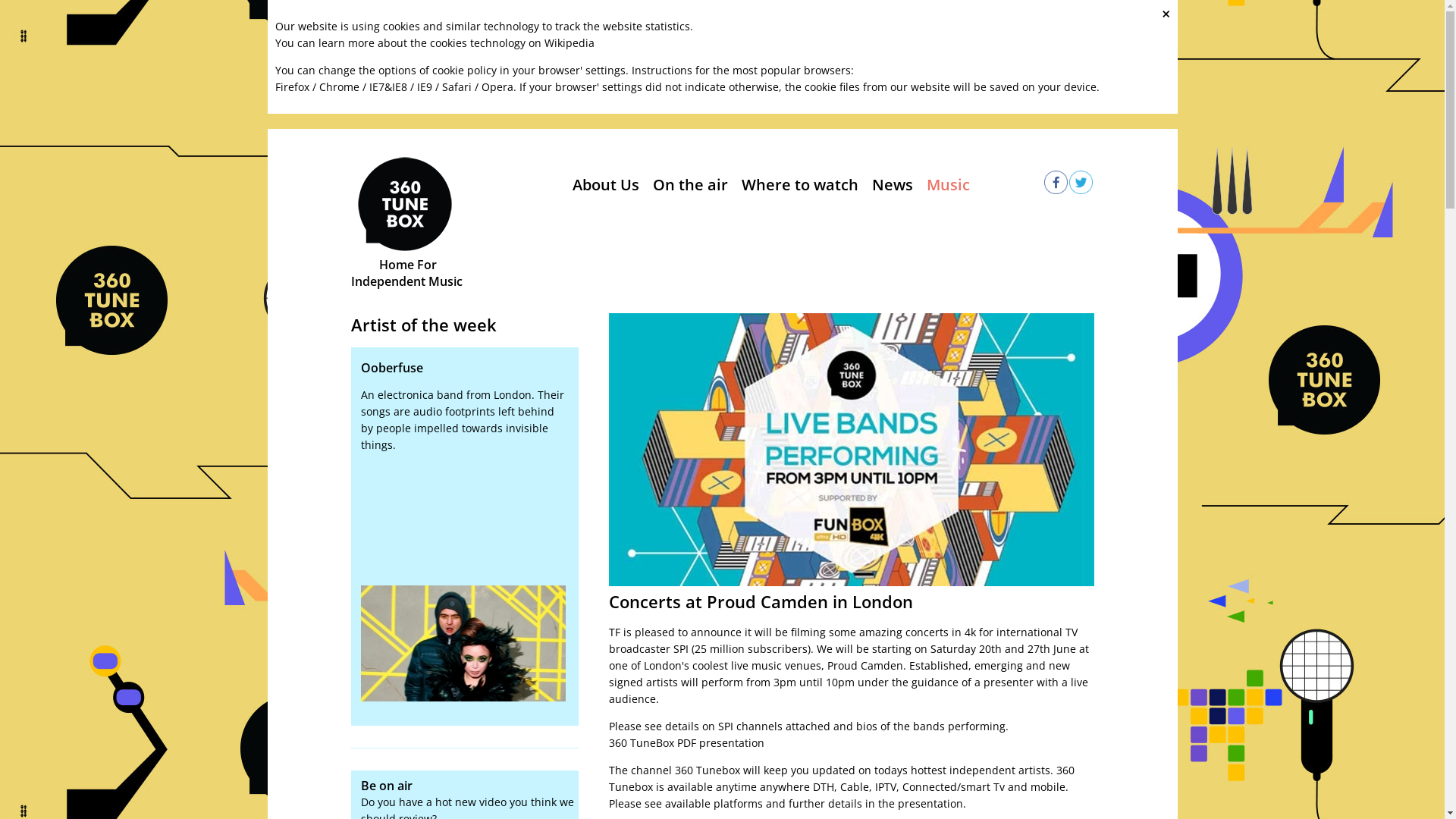 This screenshot has width=1456, height=819. Describe the element at coordinates (685, 742) in the screenshot. I see `'360 TuneBox PDF presentation'` at that location.